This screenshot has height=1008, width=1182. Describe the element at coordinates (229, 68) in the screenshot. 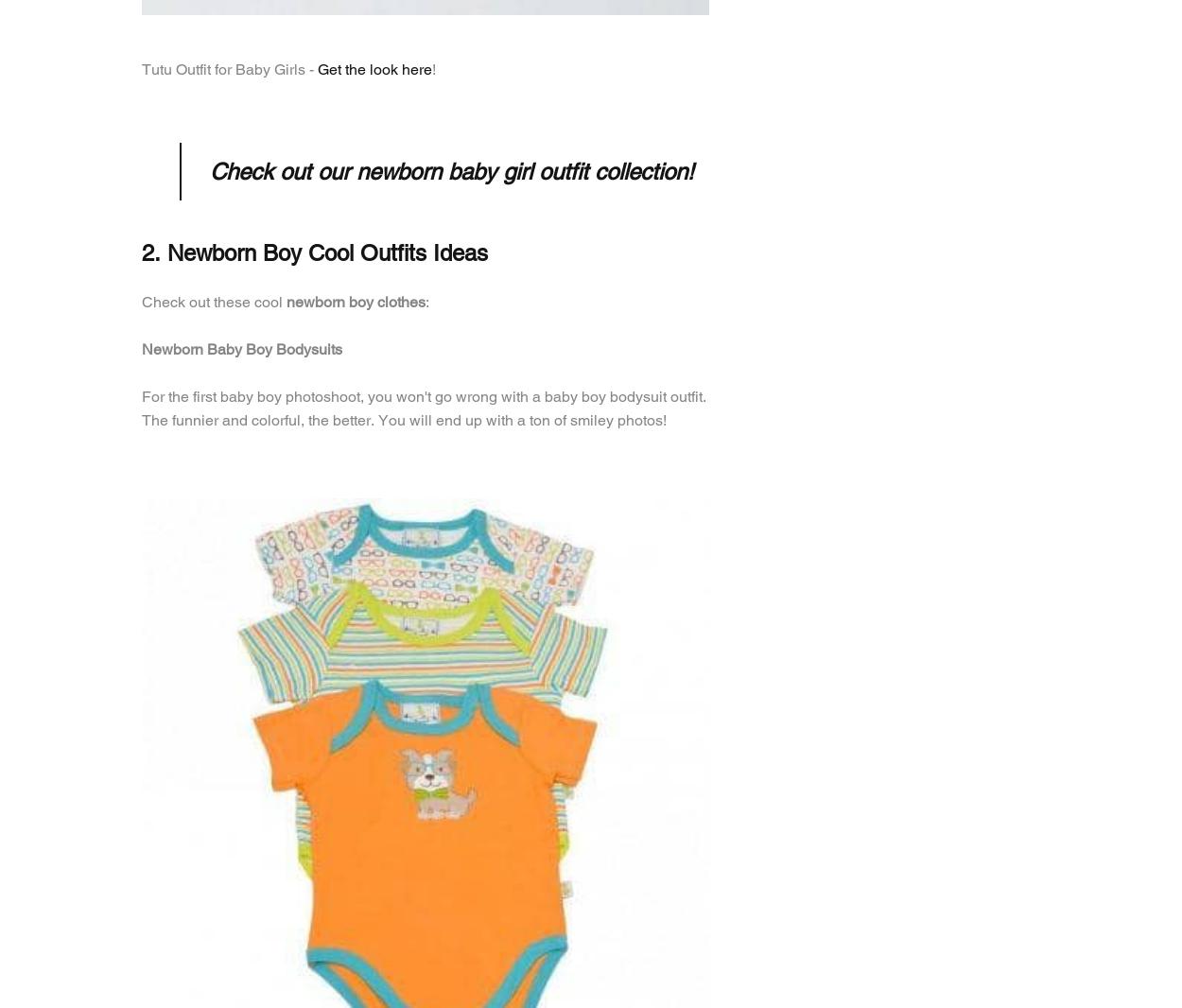

I see `'Tutu Outfit for Baby Girls -'` at that location.